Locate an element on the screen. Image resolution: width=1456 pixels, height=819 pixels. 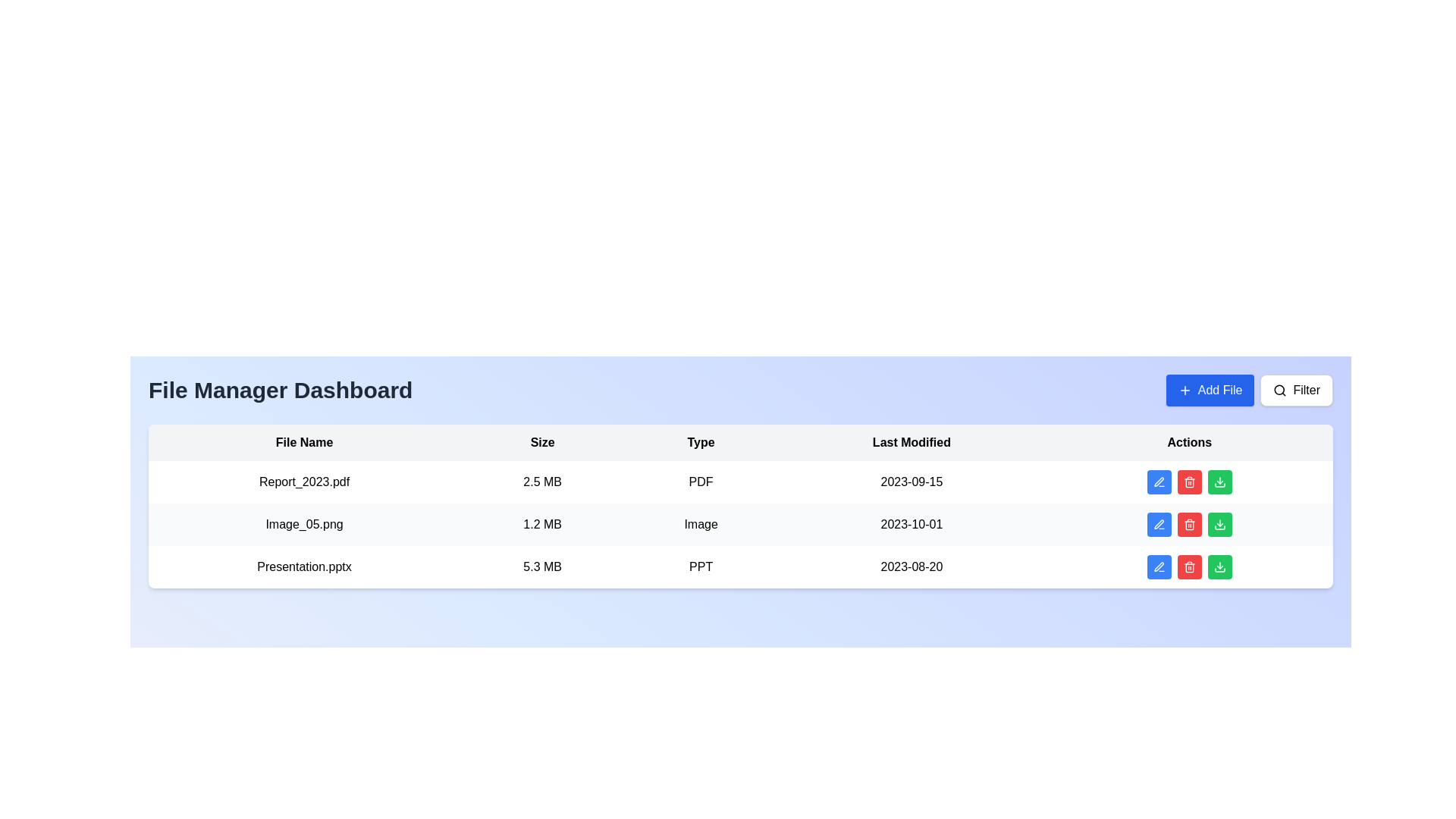
the third row of the 'File Manager Dashboard' table is located at coordinates (741, 567).